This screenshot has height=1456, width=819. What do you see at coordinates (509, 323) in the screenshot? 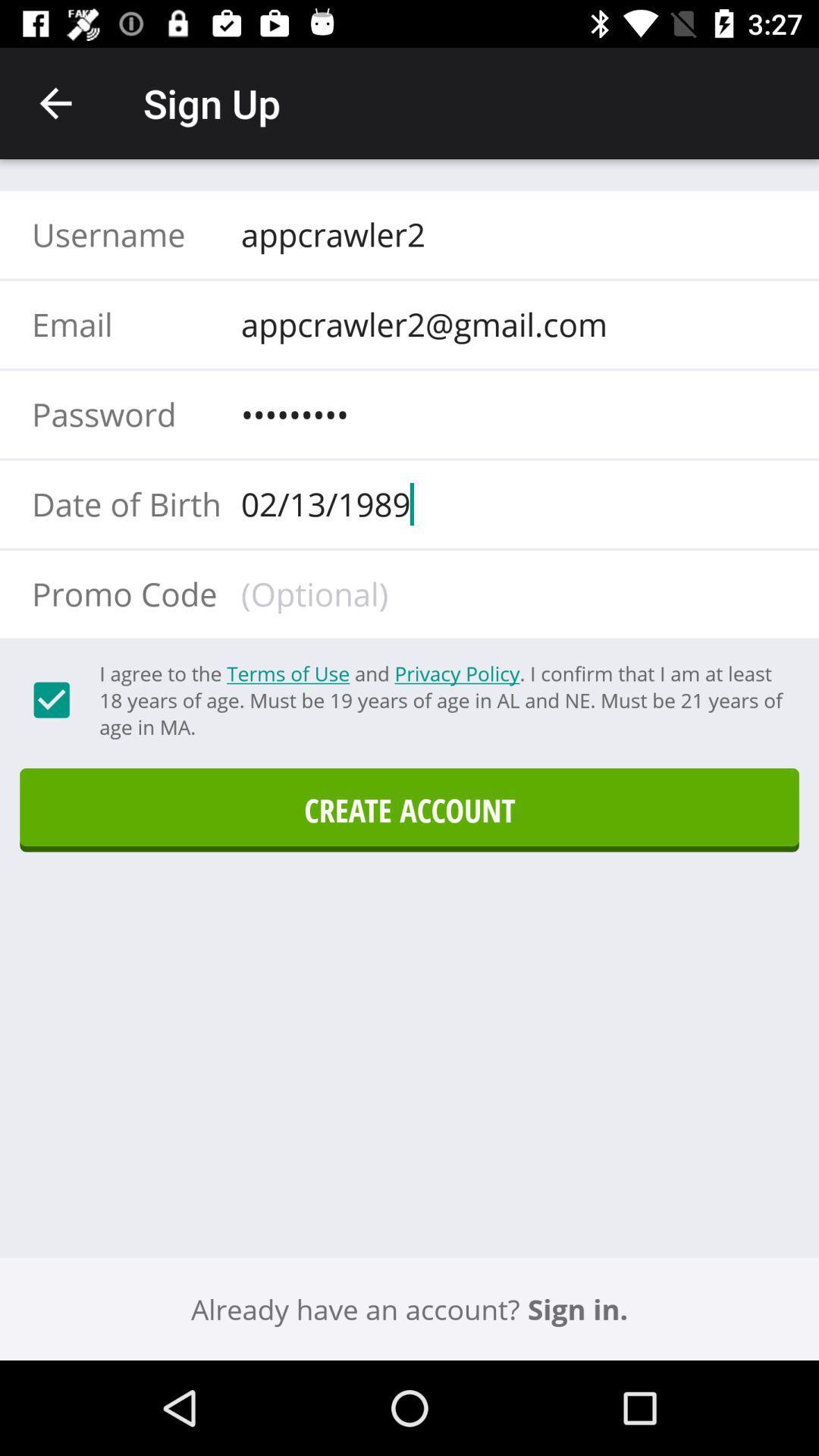
I see `the icon below appcrawler2 item` at bounding box center [509, 323].